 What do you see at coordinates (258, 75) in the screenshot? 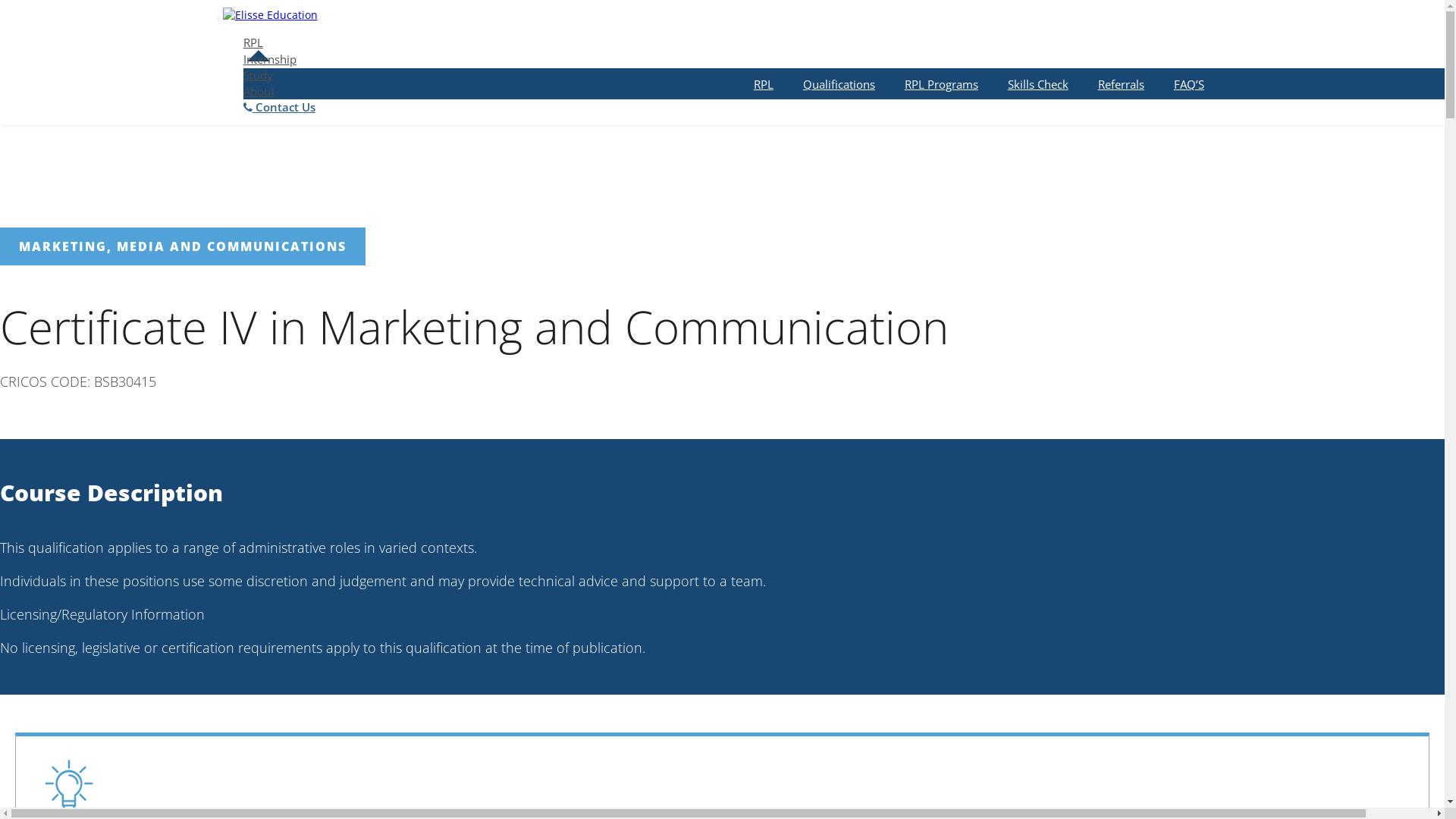
I see `'Study'` at bounding box center [258, 75].